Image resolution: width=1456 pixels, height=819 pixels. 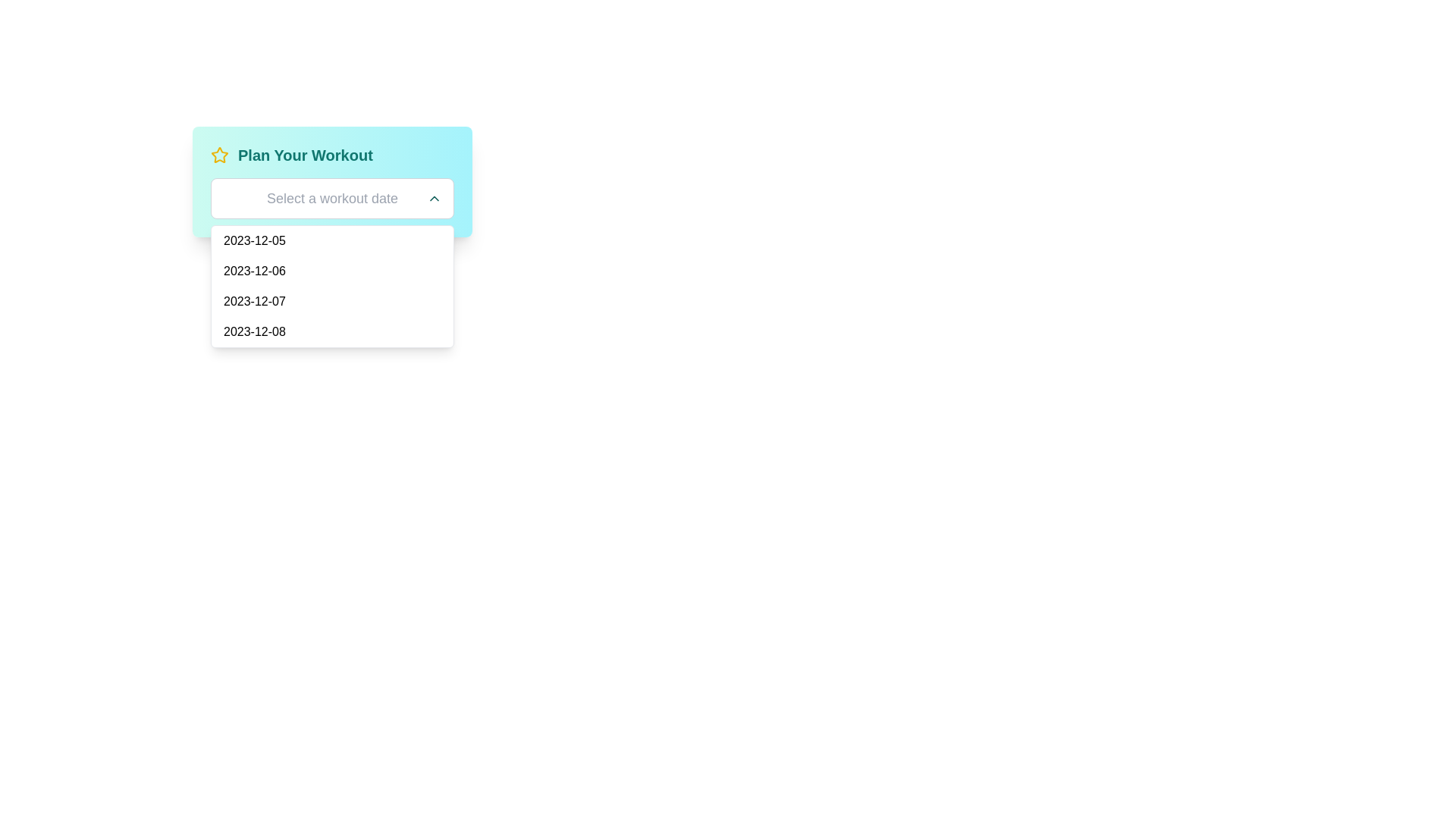 I want to click on the upward-pointing chevron icon button within the date picker component, positioned to the right of the 'Select a workout date' input field, so click(x=433, y=198).